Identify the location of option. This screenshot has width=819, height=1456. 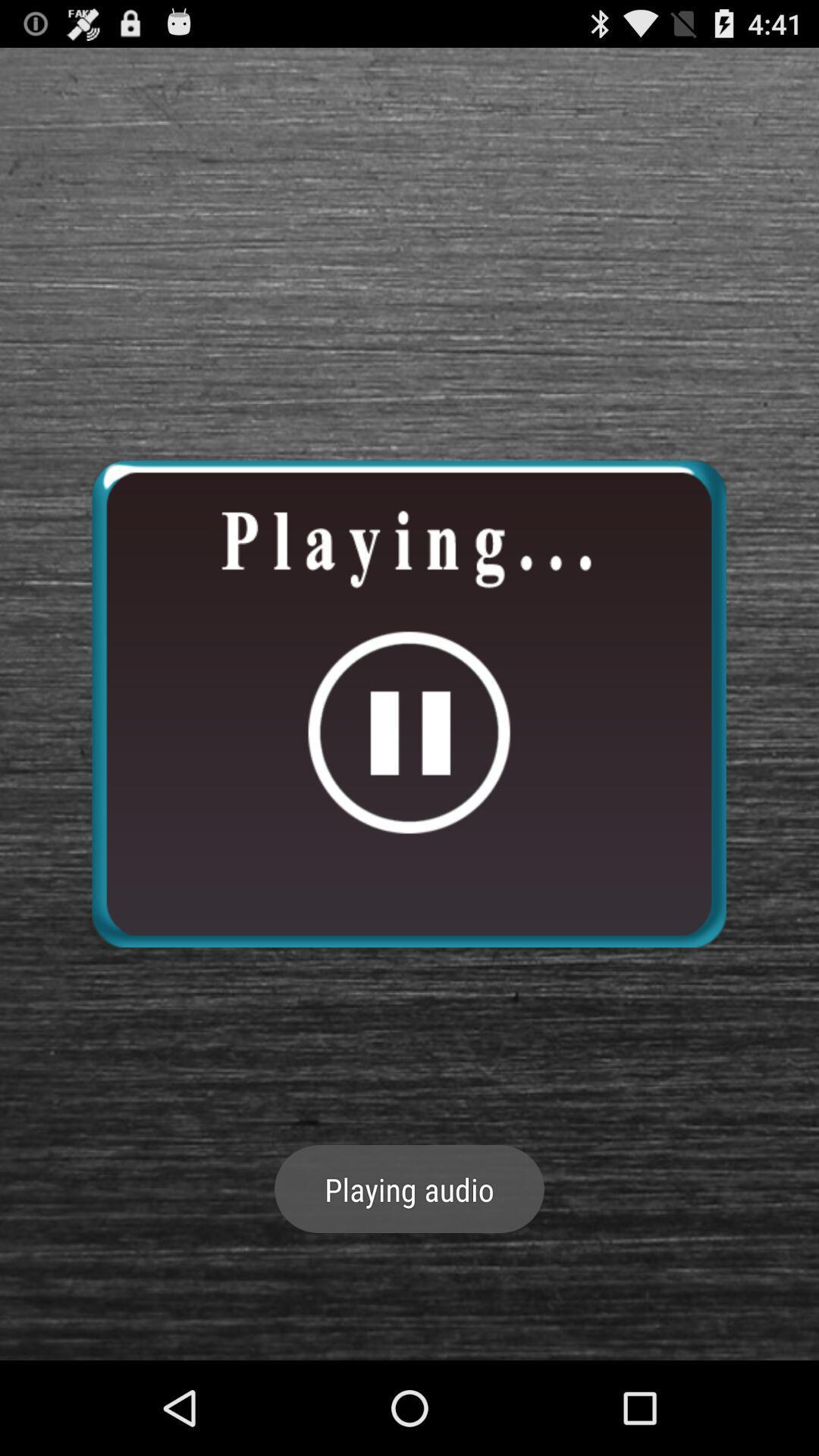
(408, 703).